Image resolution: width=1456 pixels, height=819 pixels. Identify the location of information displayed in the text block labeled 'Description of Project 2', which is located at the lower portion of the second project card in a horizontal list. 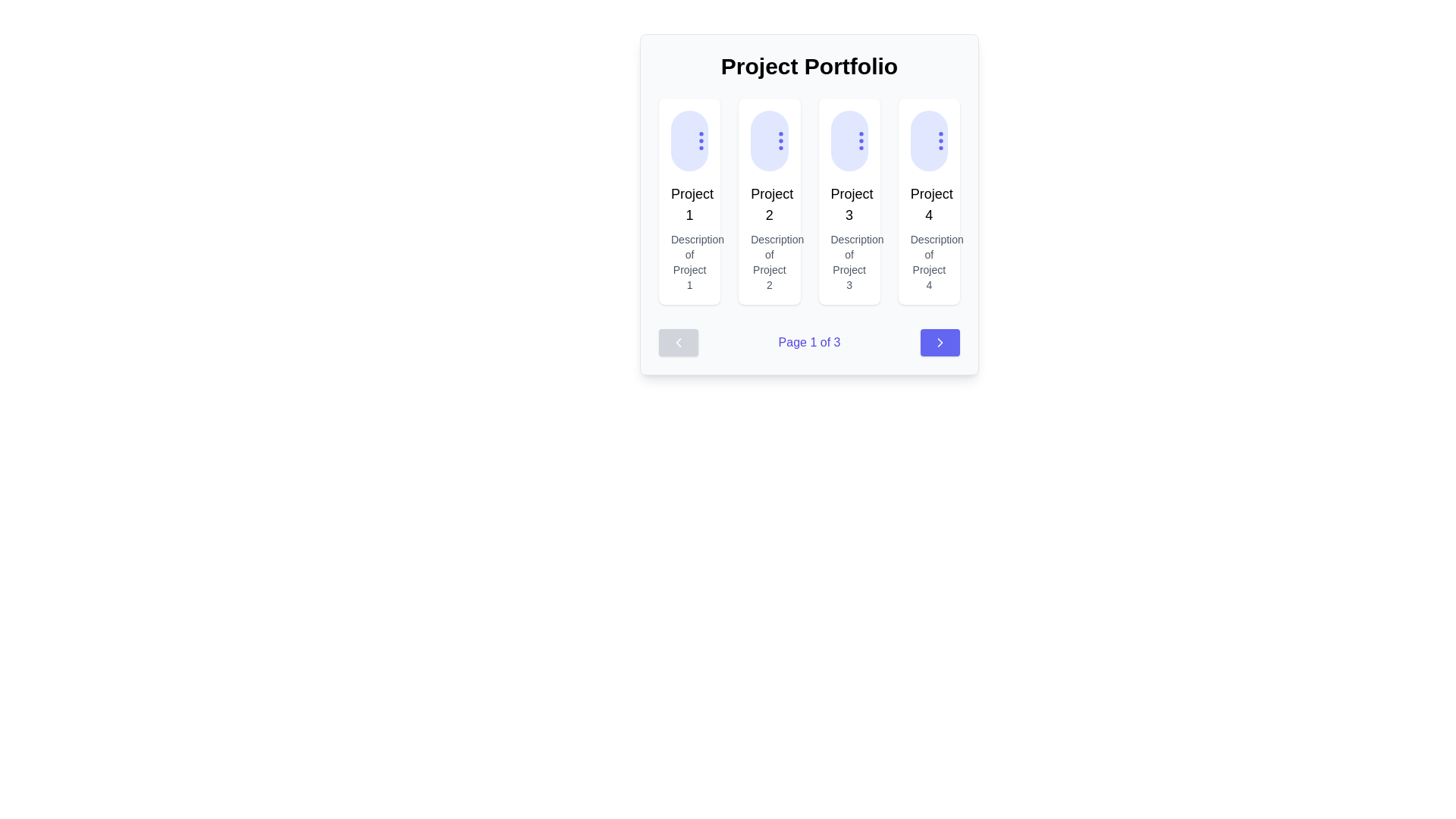
(769, 262).